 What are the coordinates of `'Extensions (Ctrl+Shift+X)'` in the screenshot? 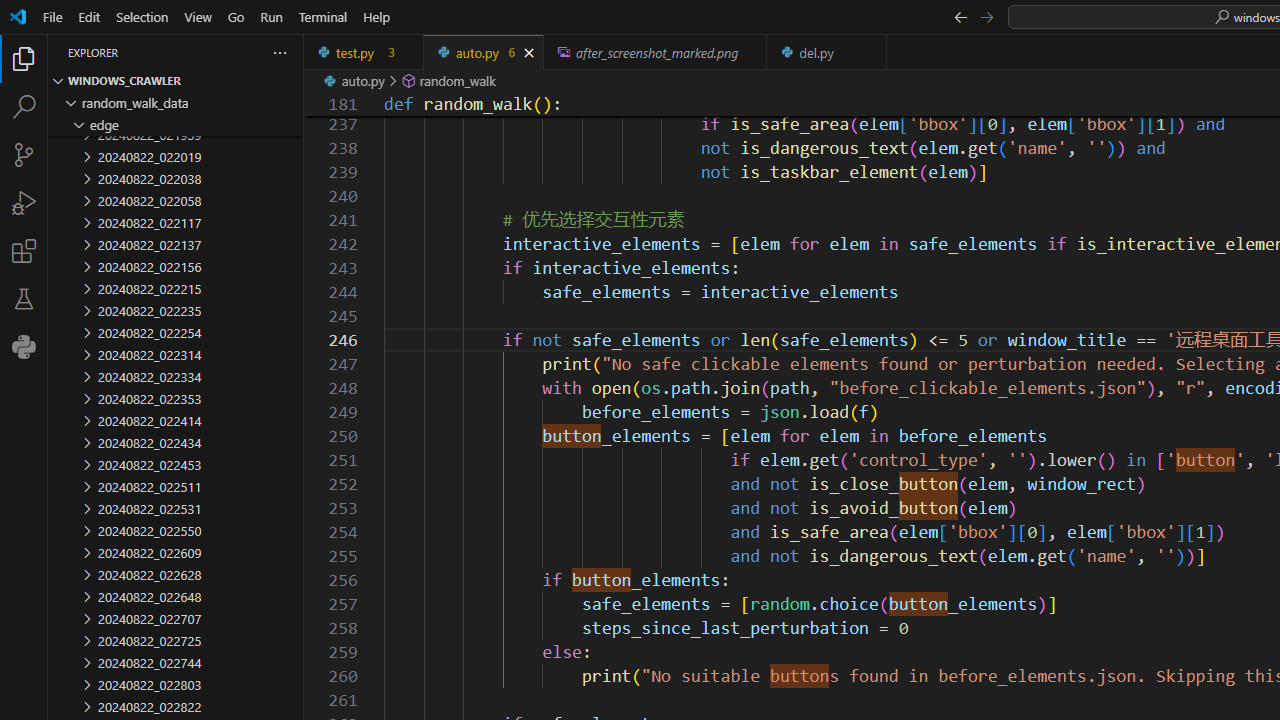 It's located at (24, 249).